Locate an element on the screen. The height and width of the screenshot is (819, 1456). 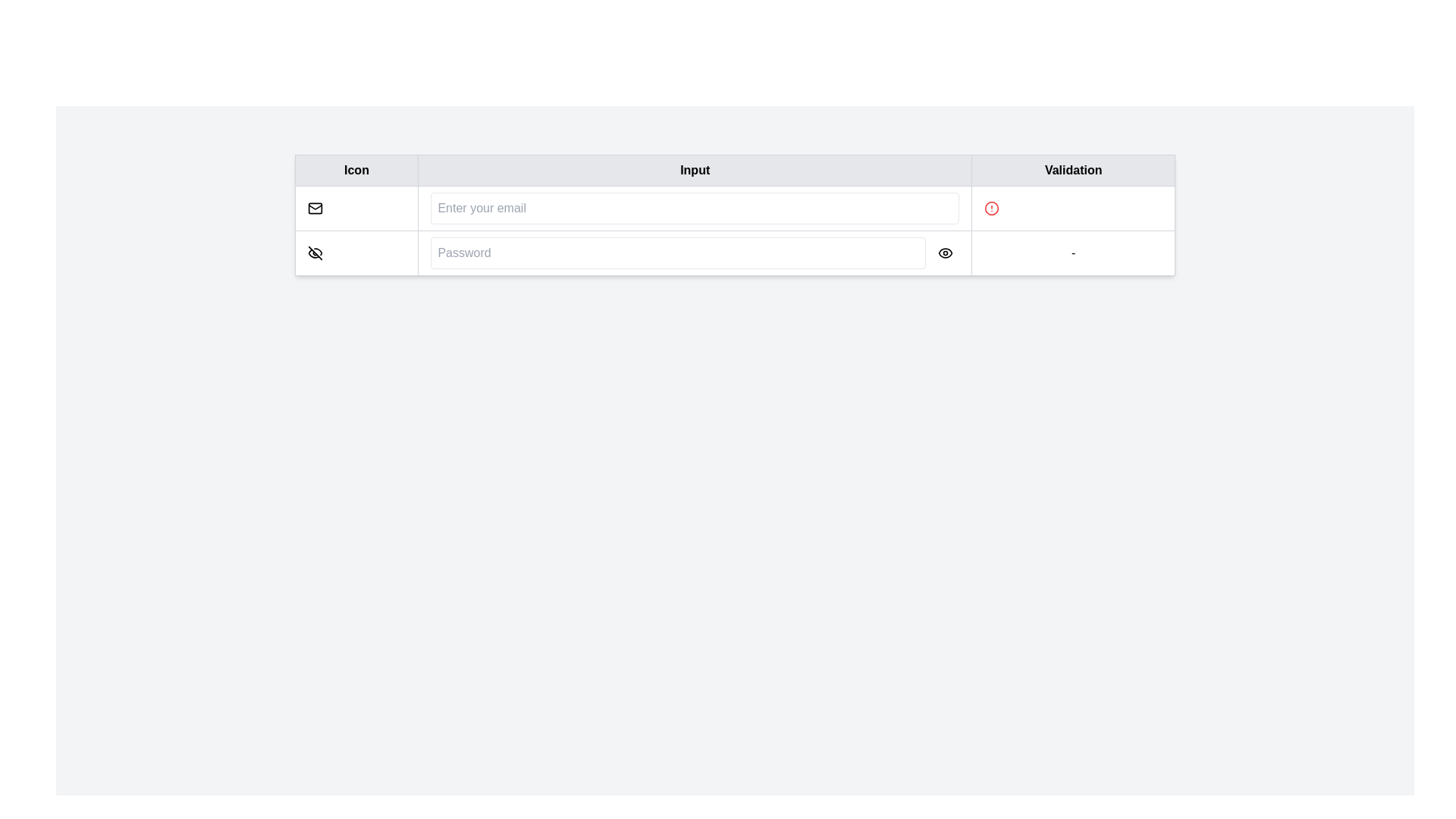
the static text label that displays a hyphen ('-') and is located in the third column of the second row in the grid layout, serving as the validation cell for the password field is located at coordinates (1072, 253).